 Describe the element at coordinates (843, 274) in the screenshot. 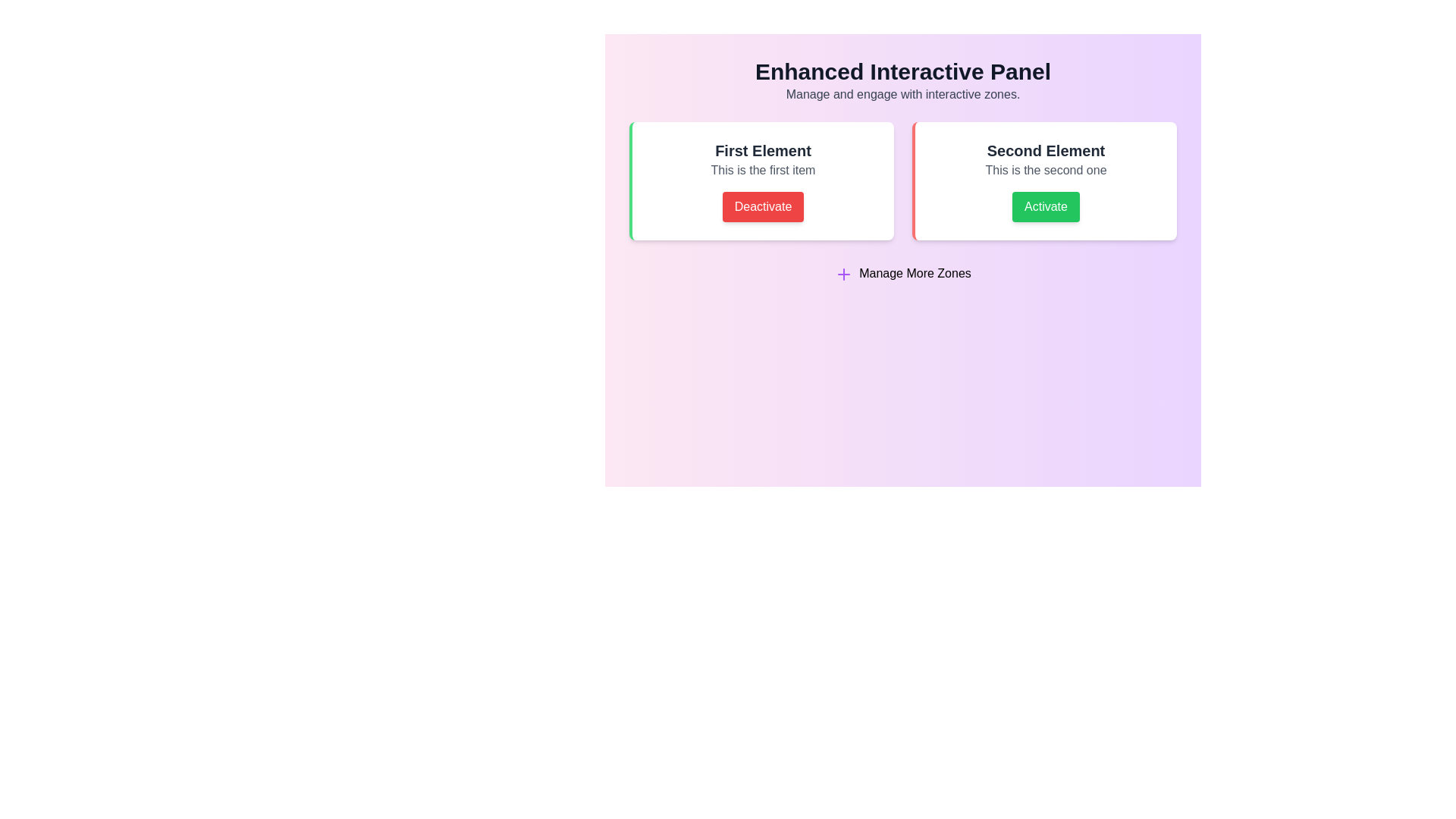

I see `the plus icon with a purple stroke, which is located directly preceding the text 'Manage More Zones'` at that location.